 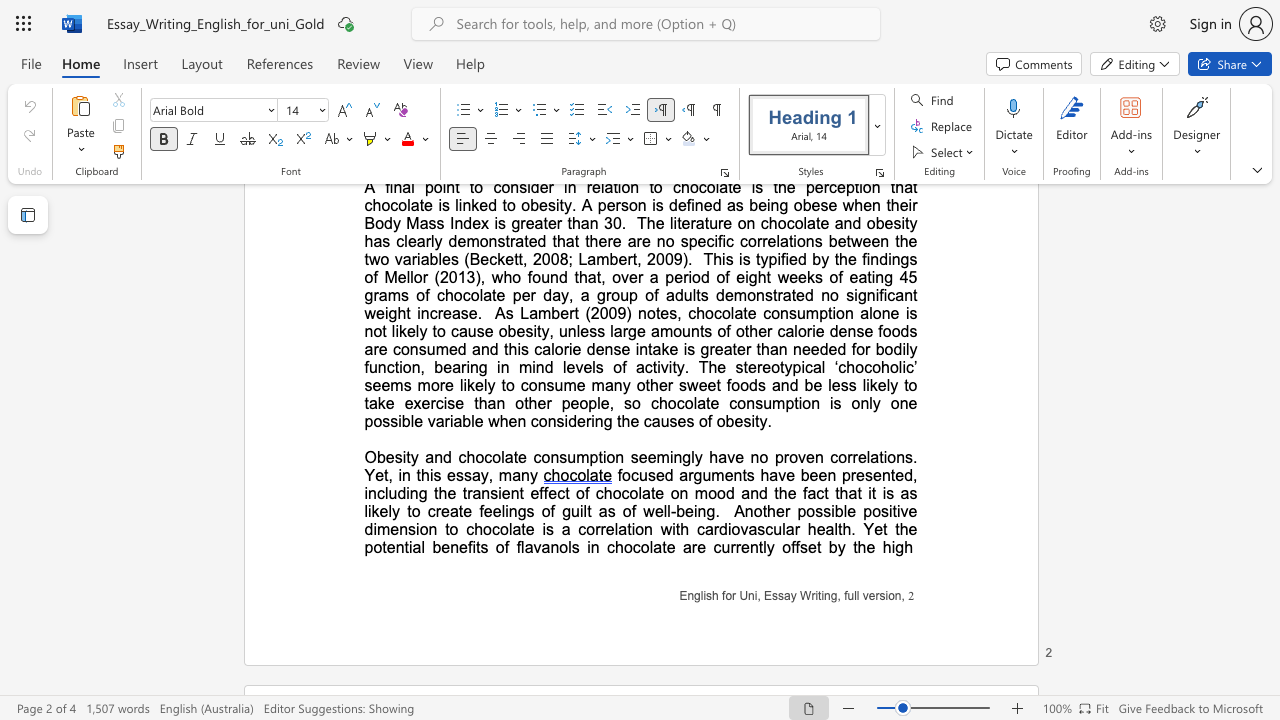 What do you see at coordinates (560, 528) in the screenshot?
I see `the subset text "a correlation with c" within the text "Another possible positive dimension to chocolate is a correlation with cardiovascular health. Yet the potential benefits of flavanols in chocolate are currently offset by the high"` at bounding box center [560, 528].